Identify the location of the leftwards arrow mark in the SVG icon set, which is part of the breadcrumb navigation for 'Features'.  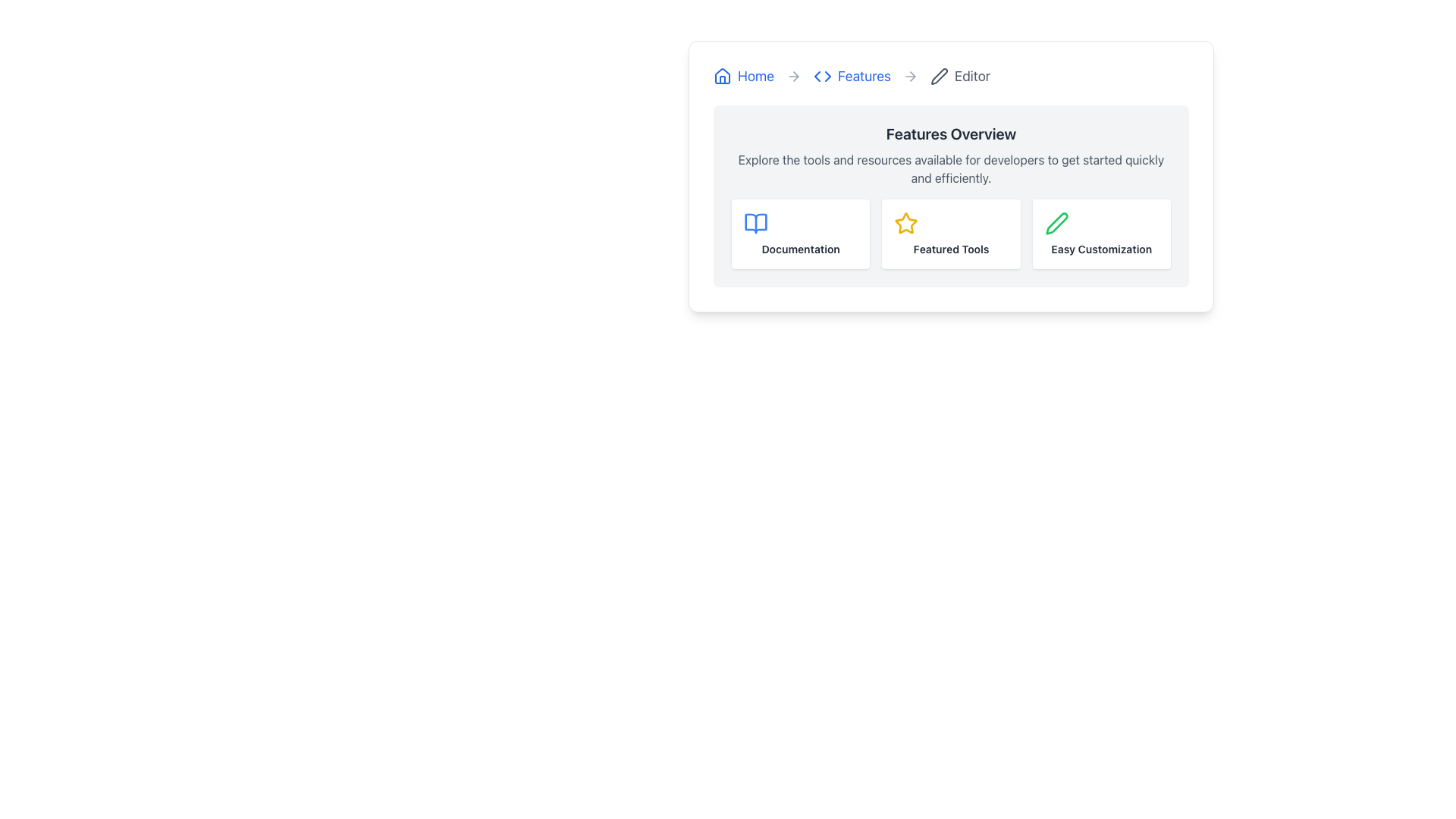
(817, 76).